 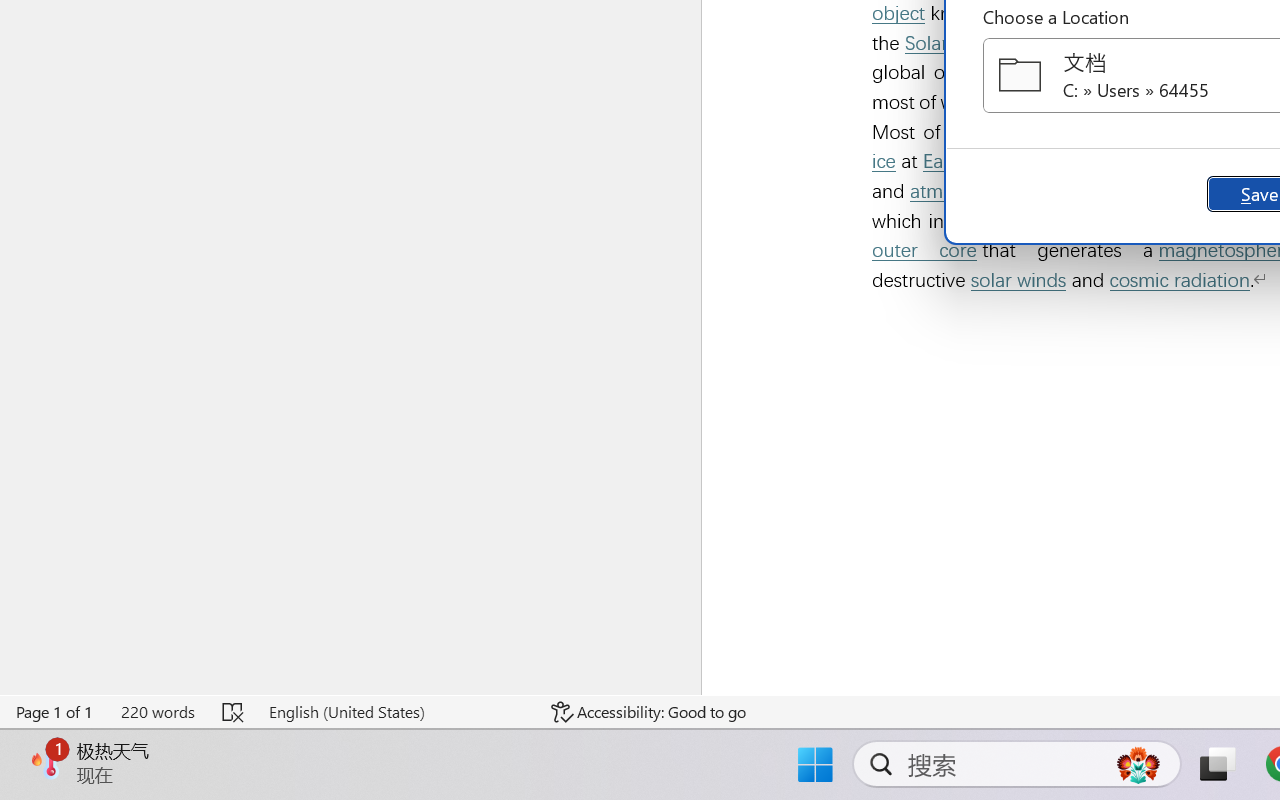 I want to click on 'Spelling and Grammar Check Errors', so click(x=234, y=711).